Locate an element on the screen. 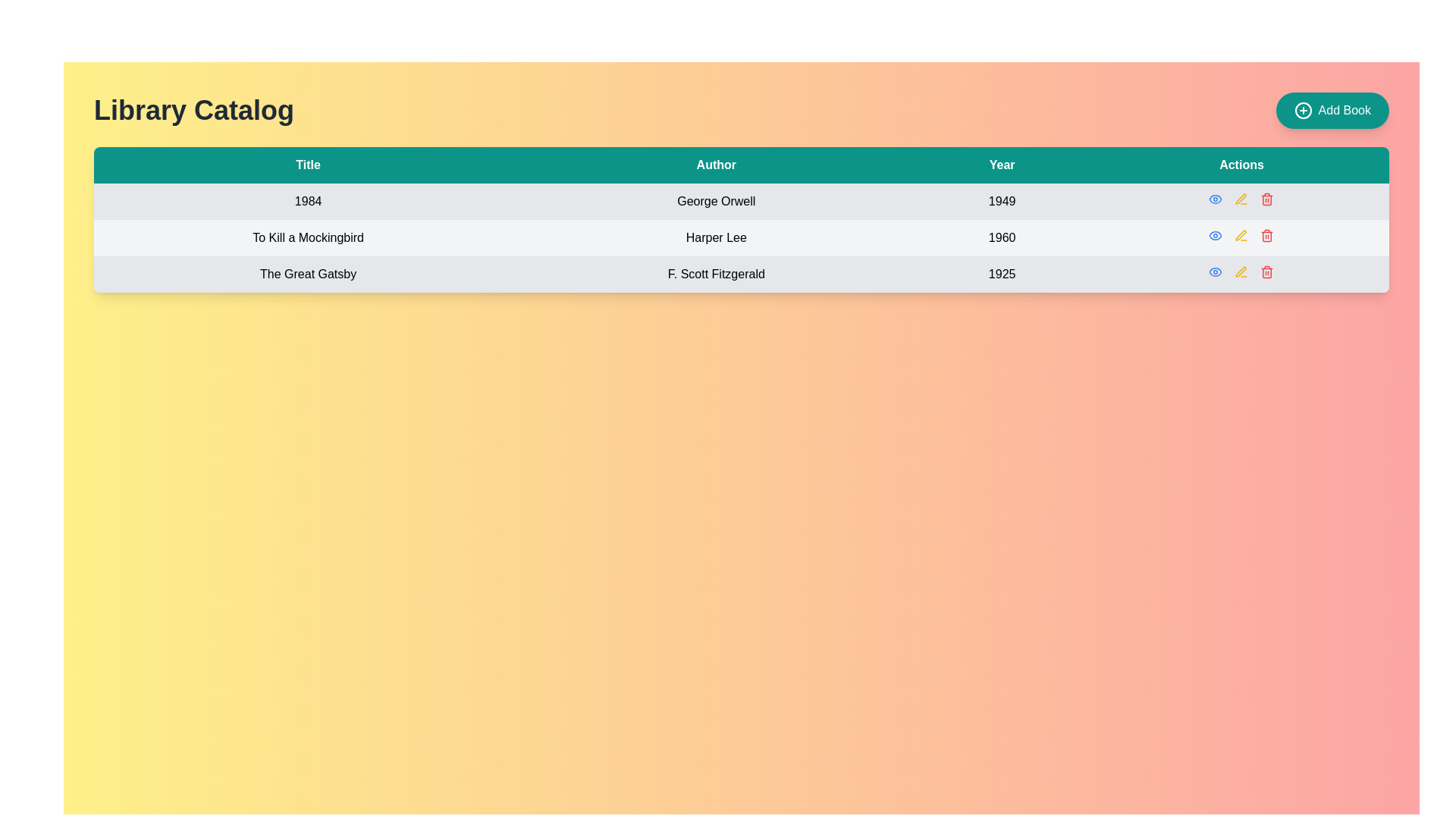  the small blue eye-shaped icon button located in the 'Actions' column of the first row of the table is located at coordinates (1216, 198).